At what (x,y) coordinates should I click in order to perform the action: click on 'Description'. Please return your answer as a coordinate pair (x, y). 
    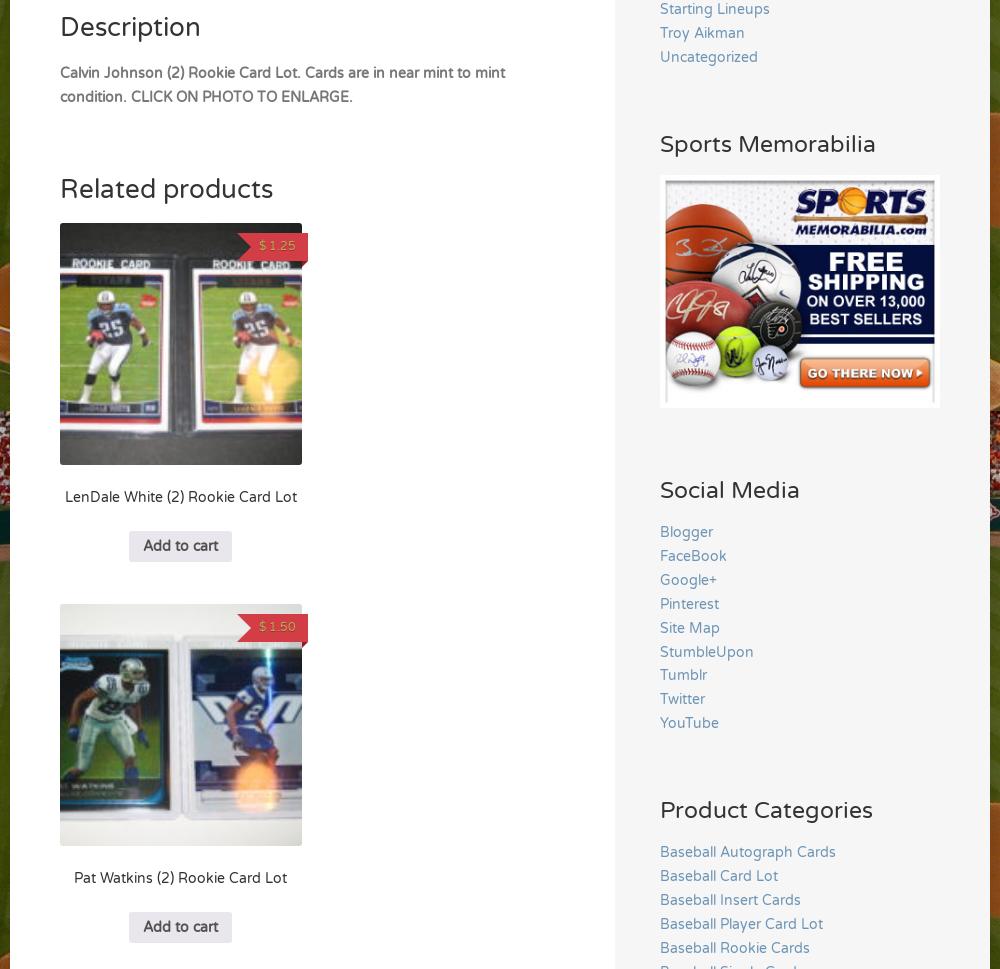
    Looking at the image, I should click on (130, 27).